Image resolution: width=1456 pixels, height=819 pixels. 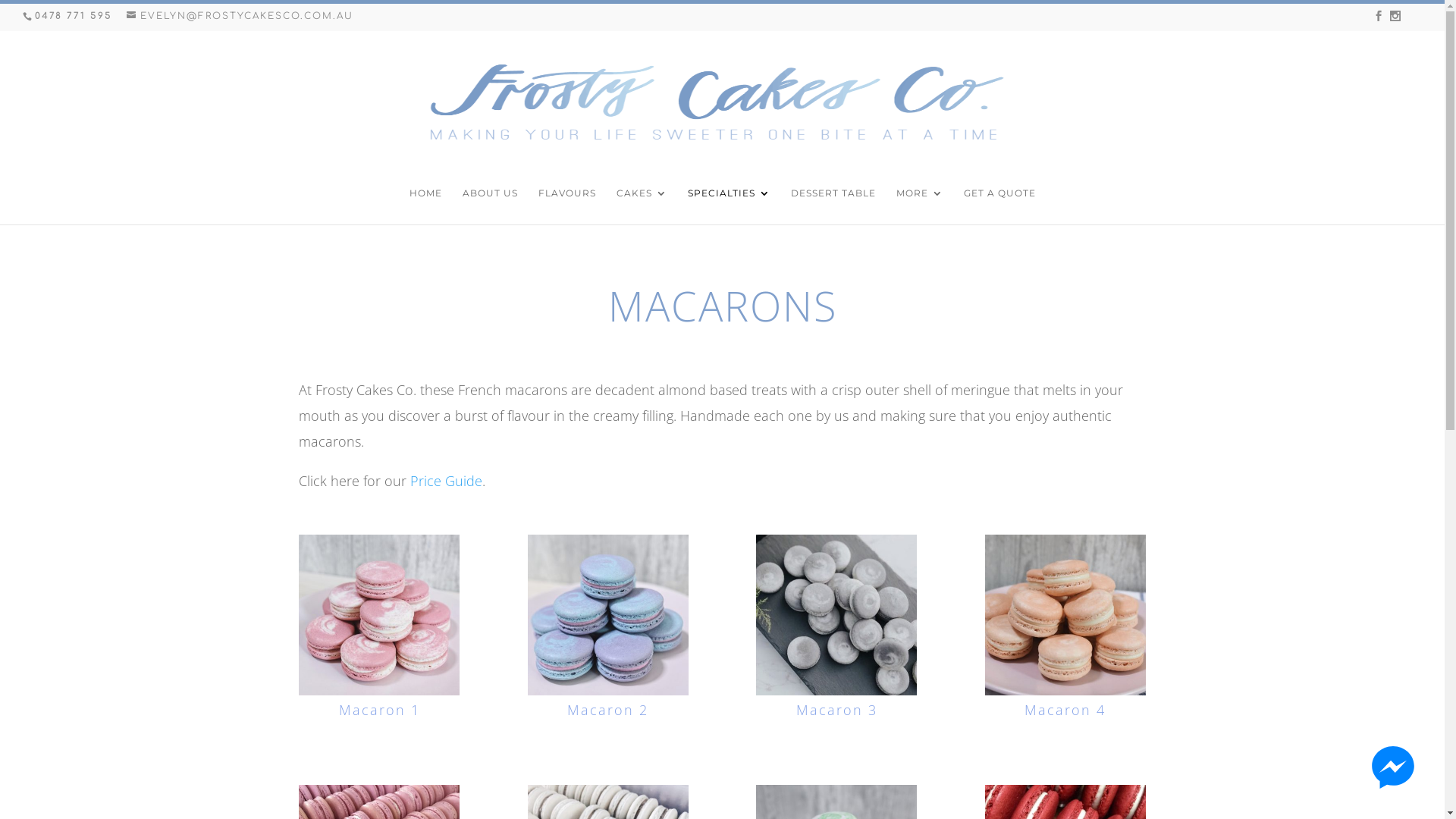 I want to click on 'HOME', so click(x=425, y=206).